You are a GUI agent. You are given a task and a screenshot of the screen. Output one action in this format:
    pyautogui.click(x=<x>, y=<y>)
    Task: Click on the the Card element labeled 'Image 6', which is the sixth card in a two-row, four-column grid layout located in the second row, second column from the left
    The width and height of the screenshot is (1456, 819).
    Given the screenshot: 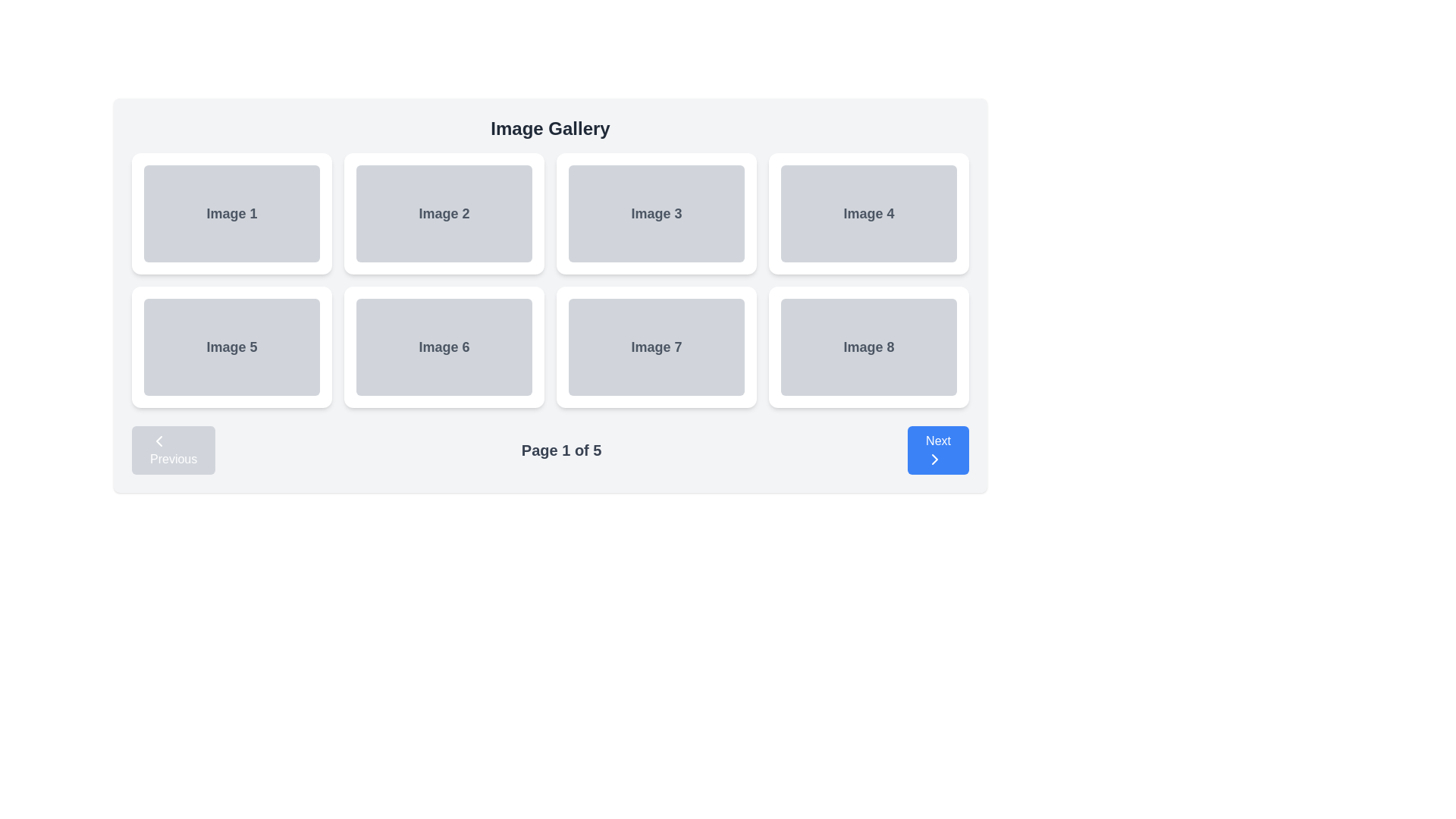 What is the action you would take?
    pyautogui.click(x=443, y=347)
    